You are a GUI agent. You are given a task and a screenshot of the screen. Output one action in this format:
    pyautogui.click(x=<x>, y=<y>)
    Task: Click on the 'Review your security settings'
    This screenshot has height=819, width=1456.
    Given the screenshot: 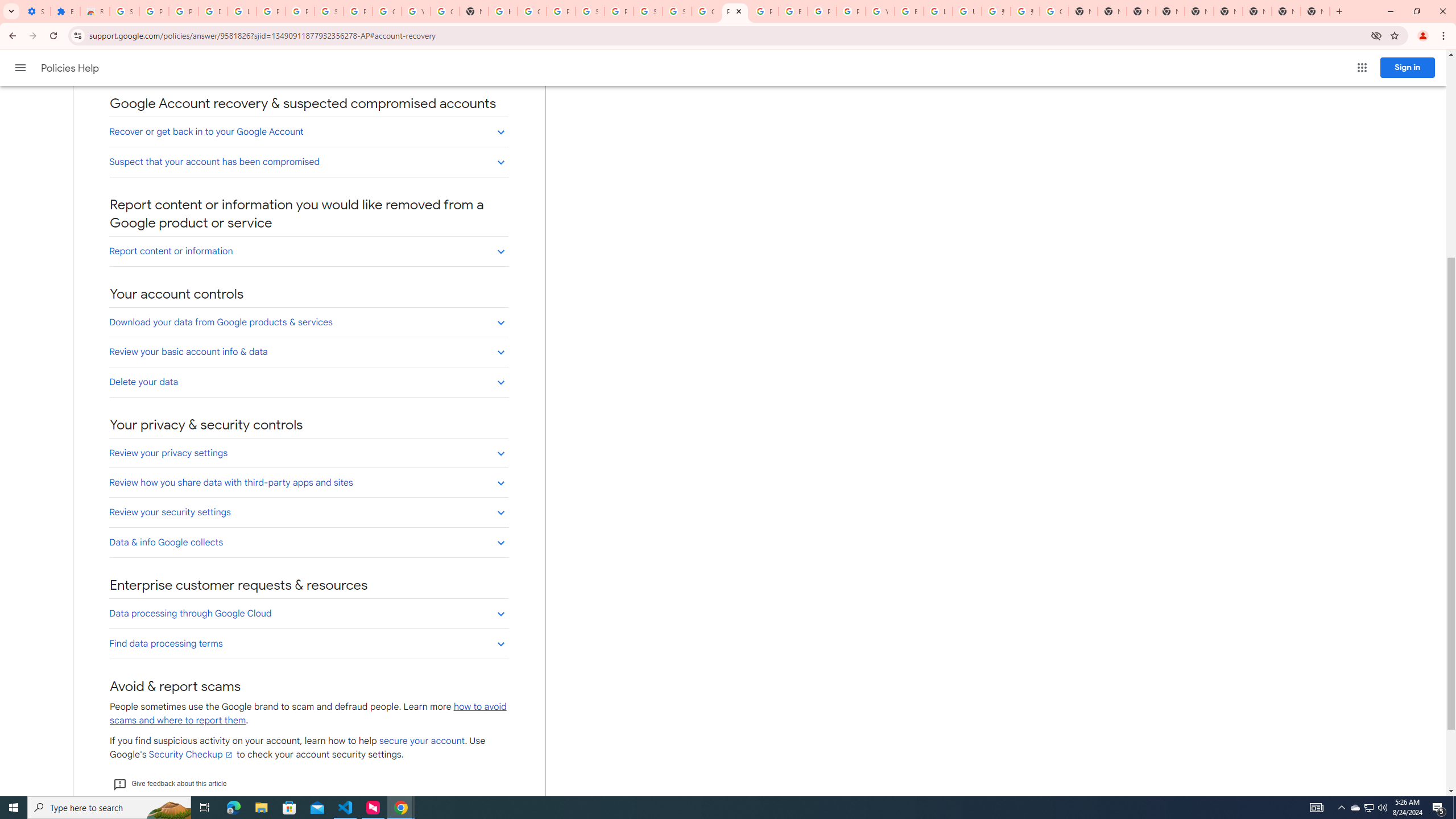 What is the action you would take?
    pyautogui.click(x=308, y=512)
    